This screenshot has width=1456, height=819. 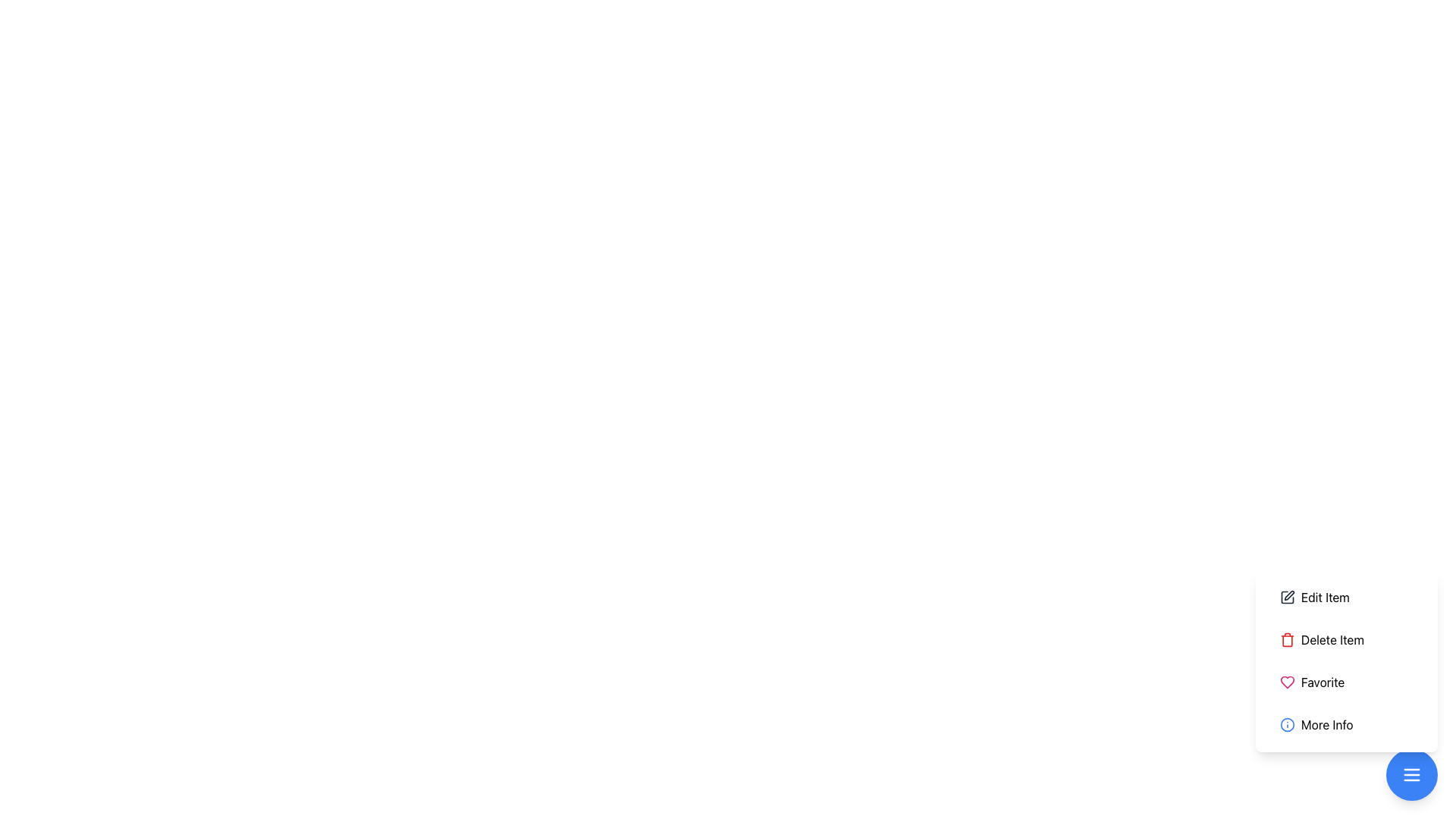 I want to click on the heart-shaped 'Favorite' icon, which is pink and outlined, located to the left of the label 'Favorite' in the vertical menu, so click(x=1287, y=681).